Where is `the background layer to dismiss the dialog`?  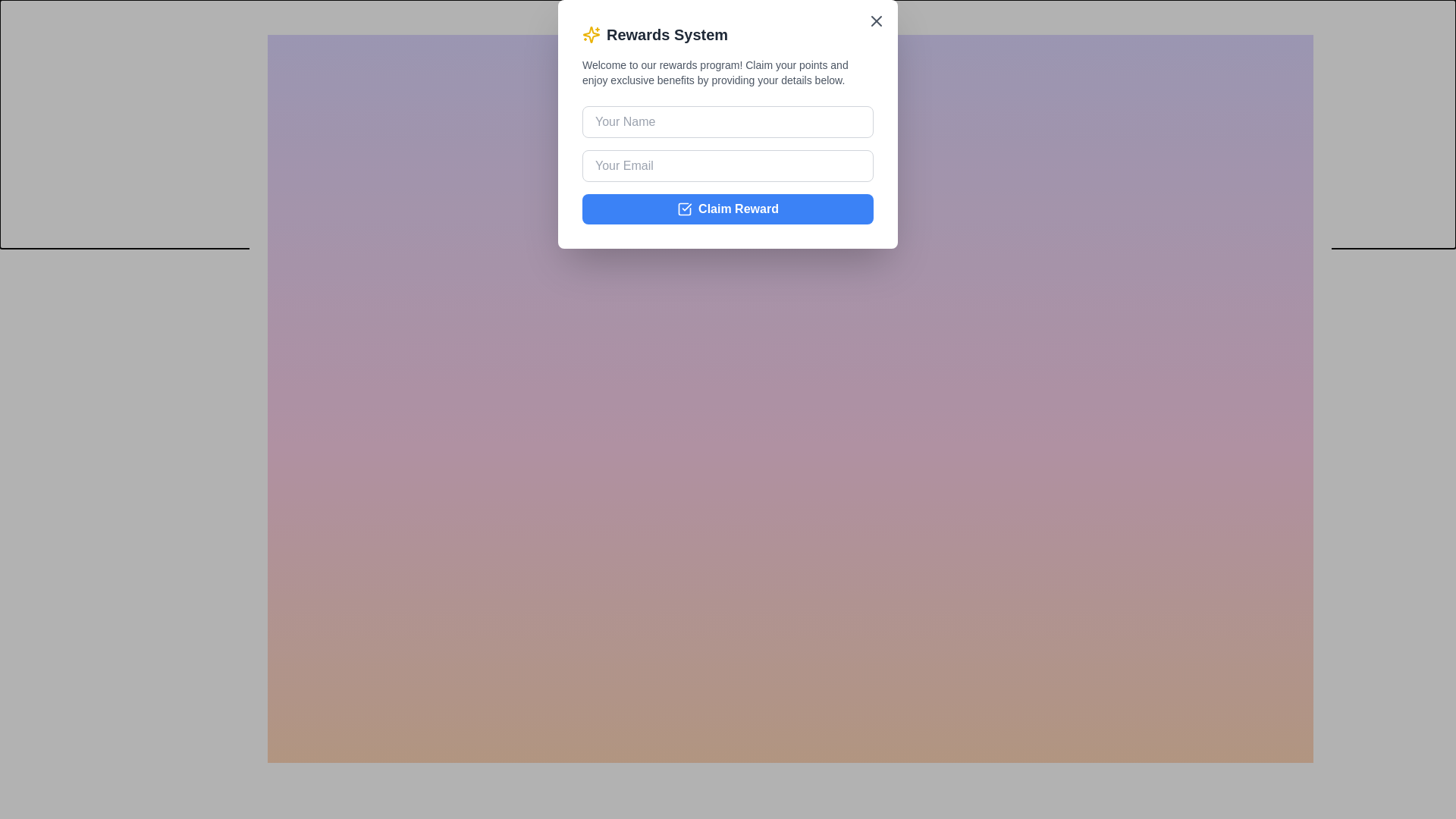
the background layer to dismiss the dialog is located at coordinates (582, 388).